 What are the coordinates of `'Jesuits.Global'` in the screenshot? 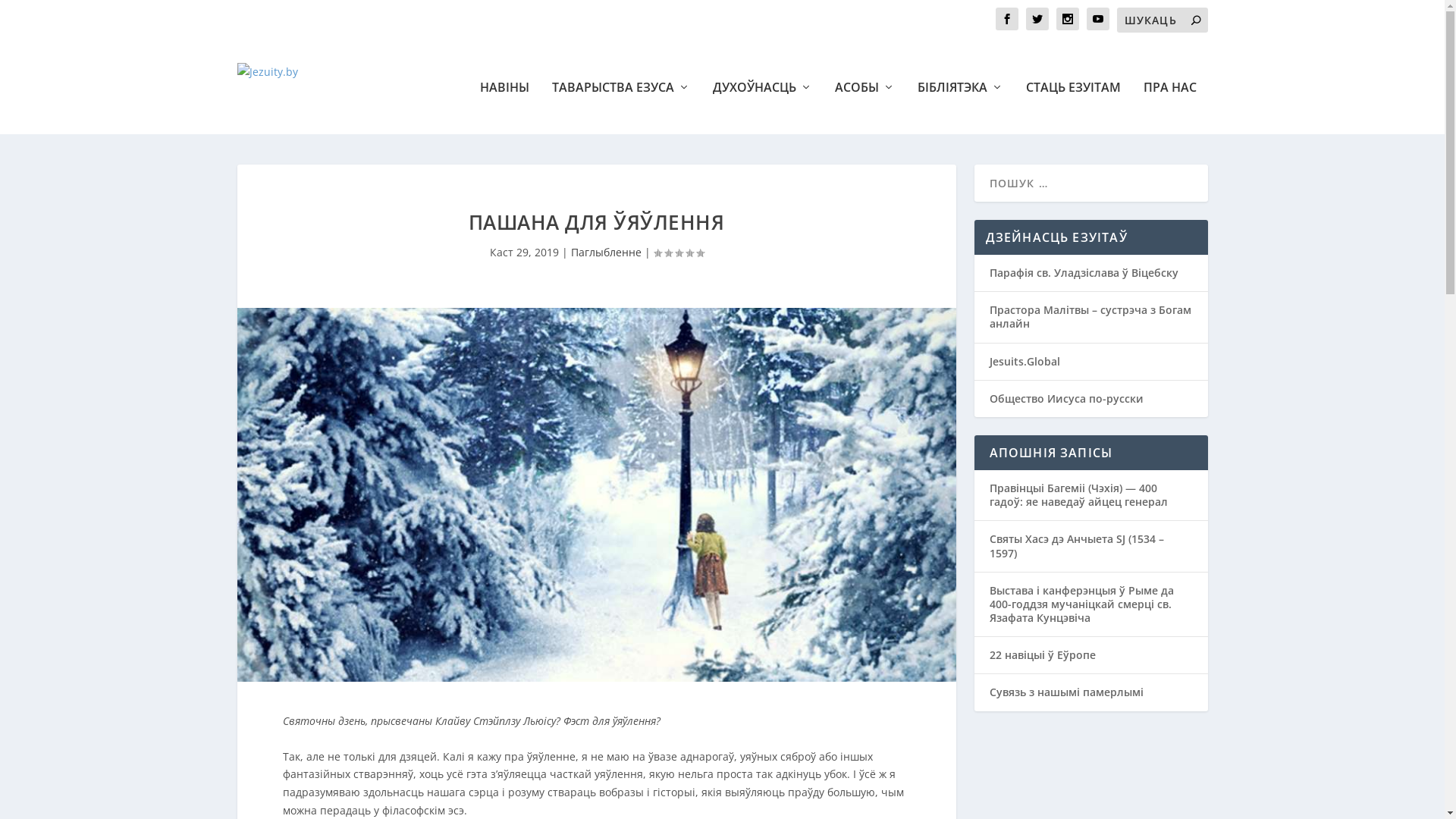 It's located at (1024, 361).